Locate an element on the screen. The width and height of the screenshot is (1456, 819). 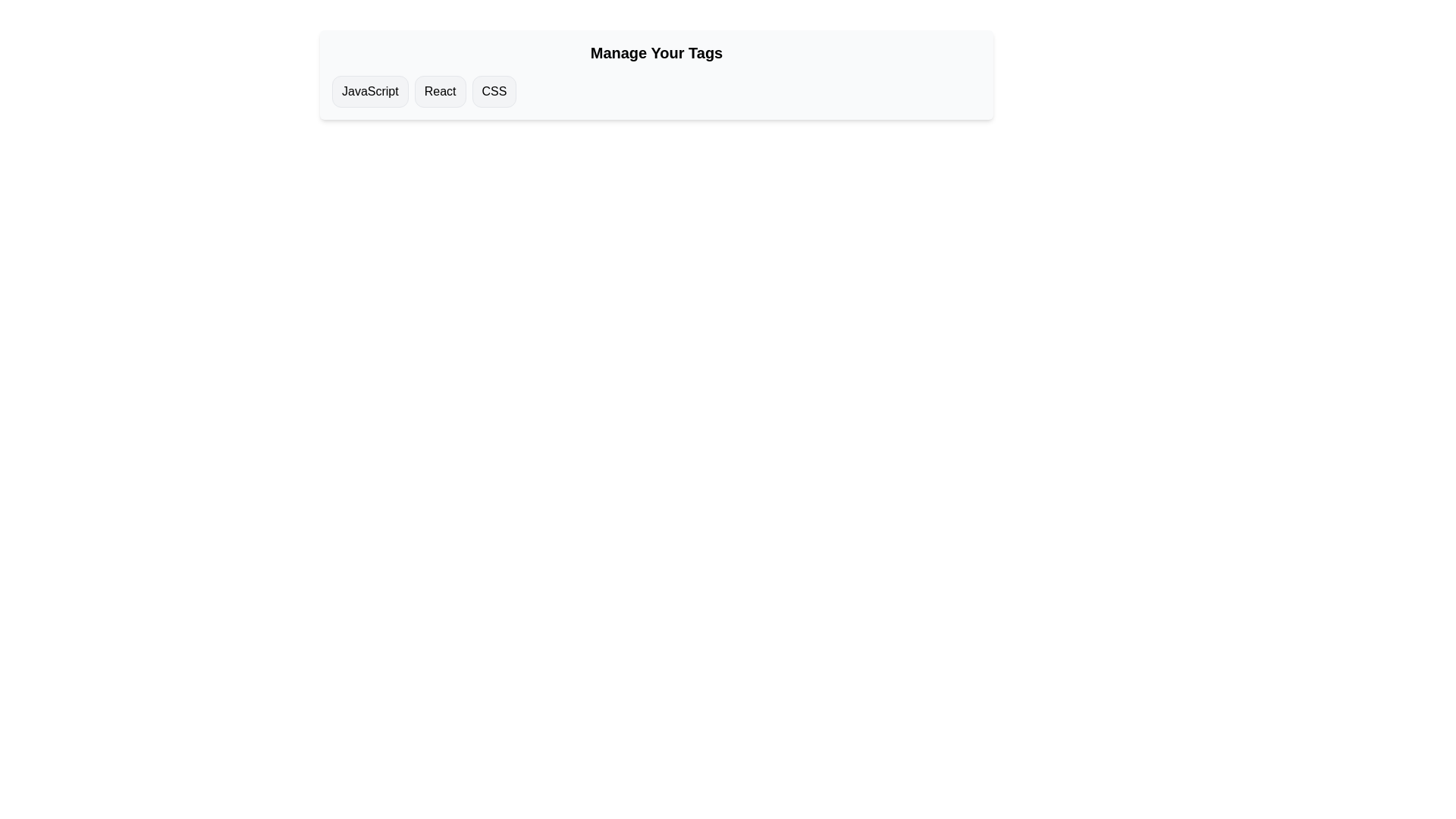
the tag labeled JavaScript to toggle its selection state is located at coordinates (370, 91).